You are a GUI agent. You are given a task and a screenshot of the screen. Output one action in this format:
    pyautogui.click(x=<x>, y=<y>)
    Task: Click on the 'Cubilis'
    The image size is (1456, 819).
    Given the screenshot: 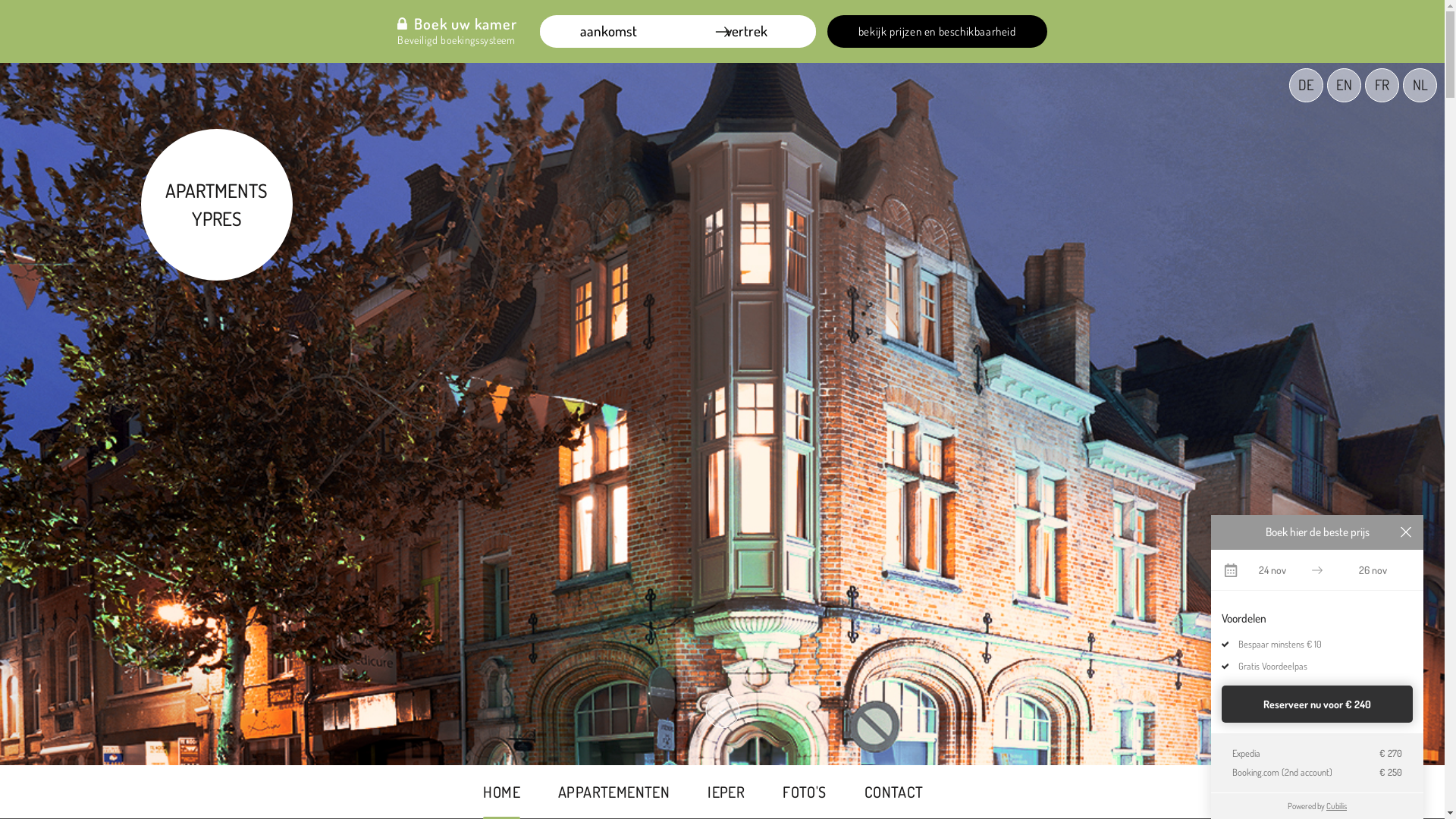 What is the action you would take?
    pyautogui.click(x=1336, y=805)
    